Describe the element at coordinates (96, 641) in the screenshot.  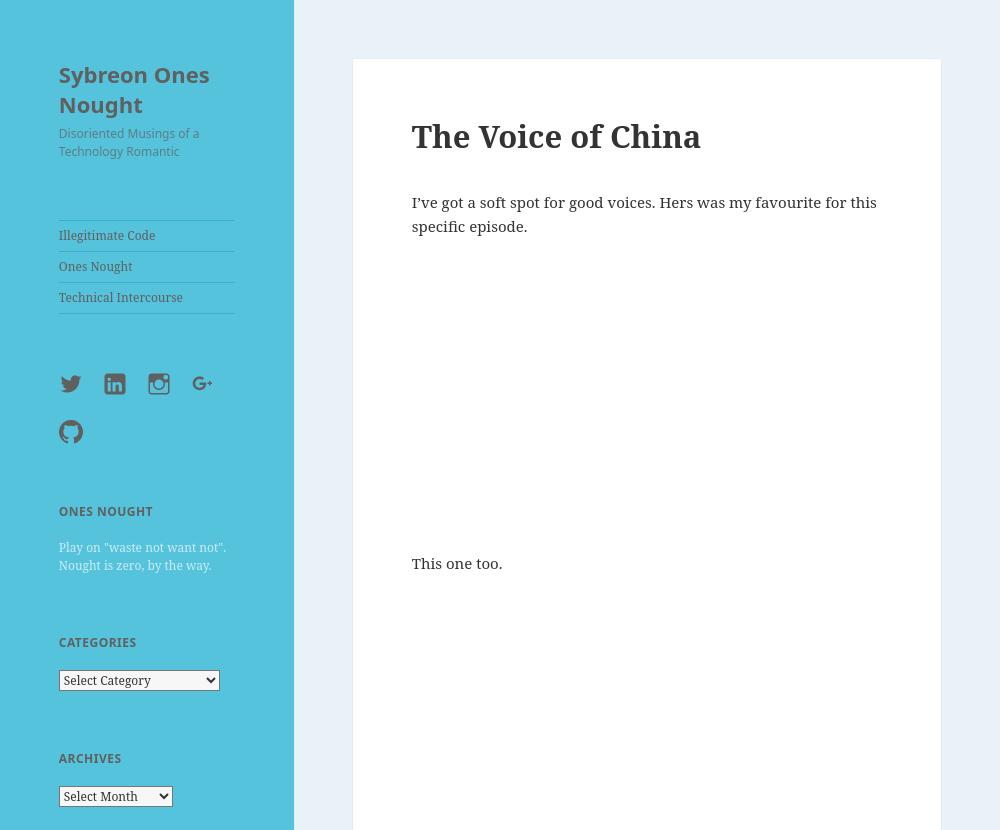
I see `'Categories'` at that location.